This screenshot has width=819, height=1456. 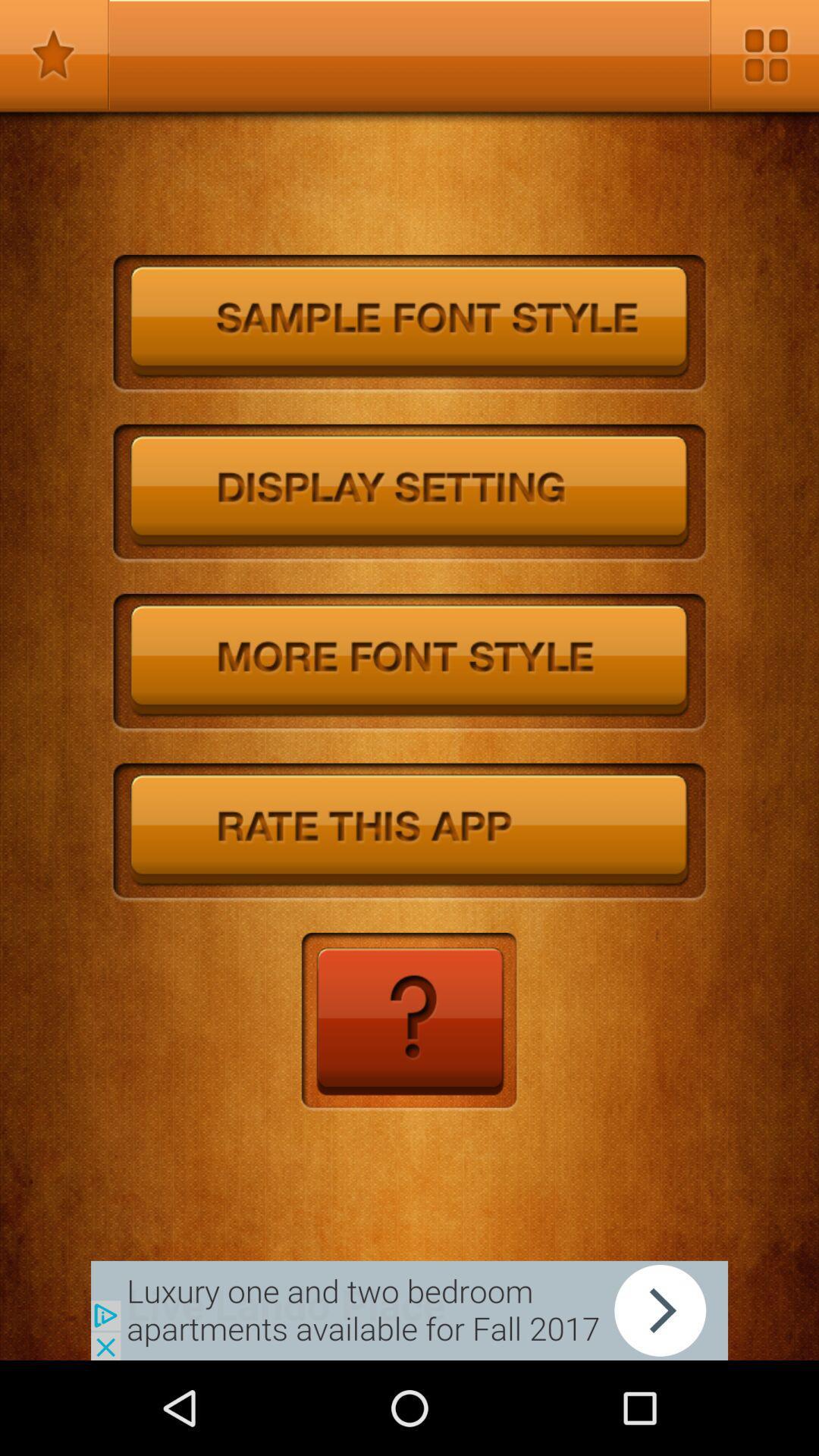 What do you see at coordinates (409, 494) in the screenshot?
I see `open display setting` at bounding box center [409, 494].